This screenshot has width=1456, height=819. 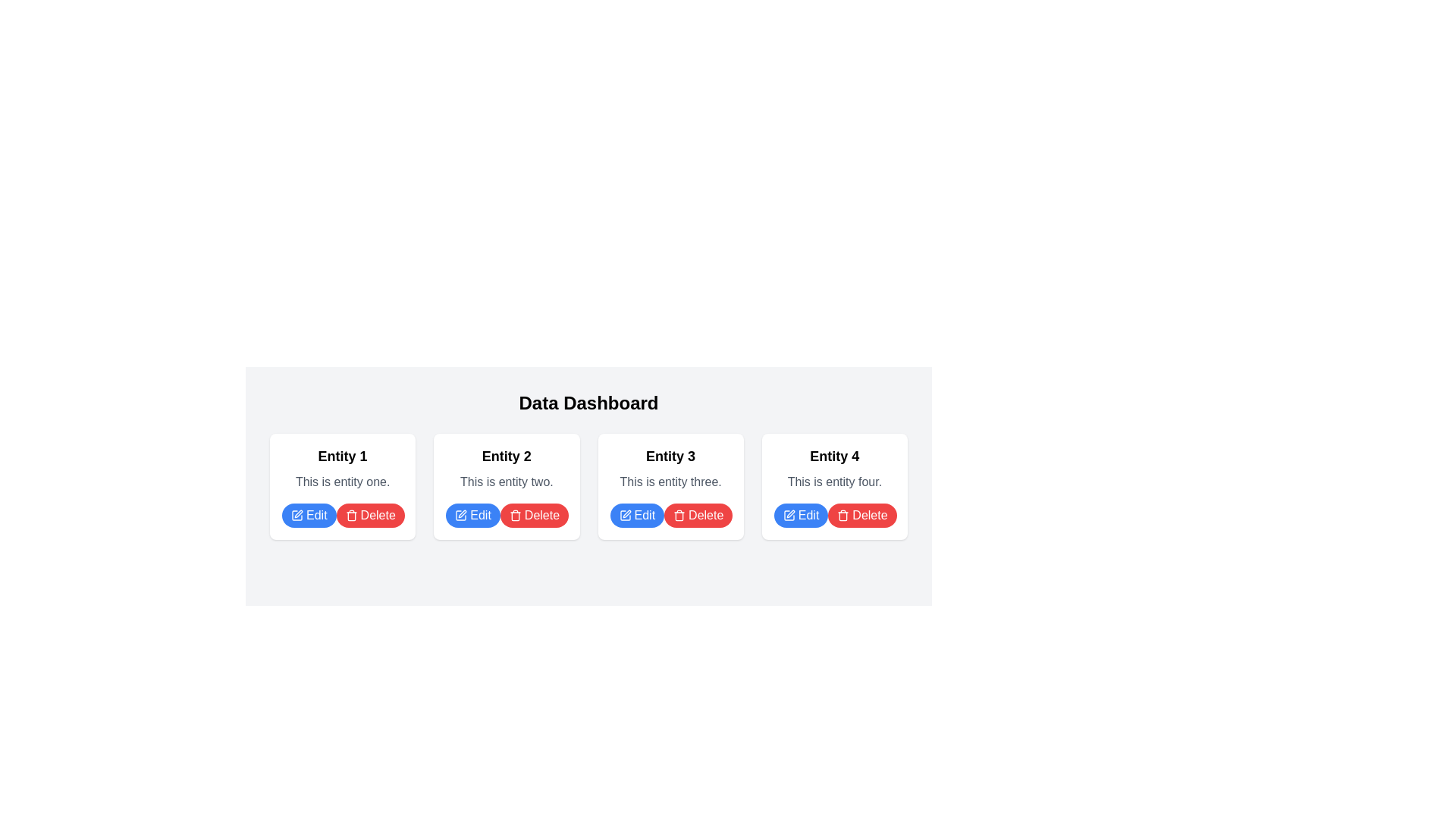 What do you see at coordinates (308, 514) in the screenshot?
I see `the interactive button in the 'Entity 1' card` at bounding box center [308, 514].